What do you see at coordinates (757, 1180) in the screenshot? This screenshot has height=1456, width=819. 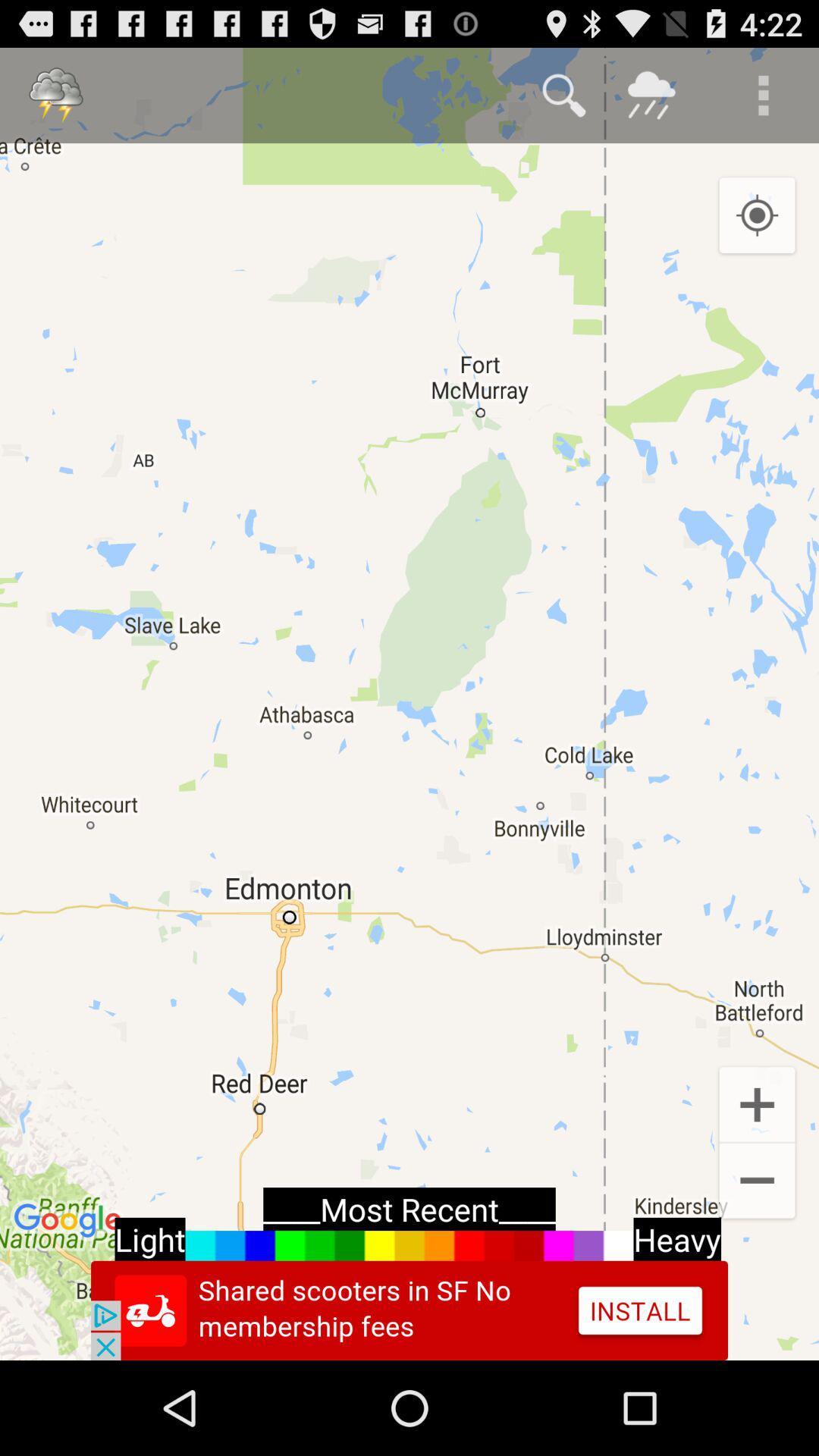 I see `the add icon` at bounding box center [757, 1180].